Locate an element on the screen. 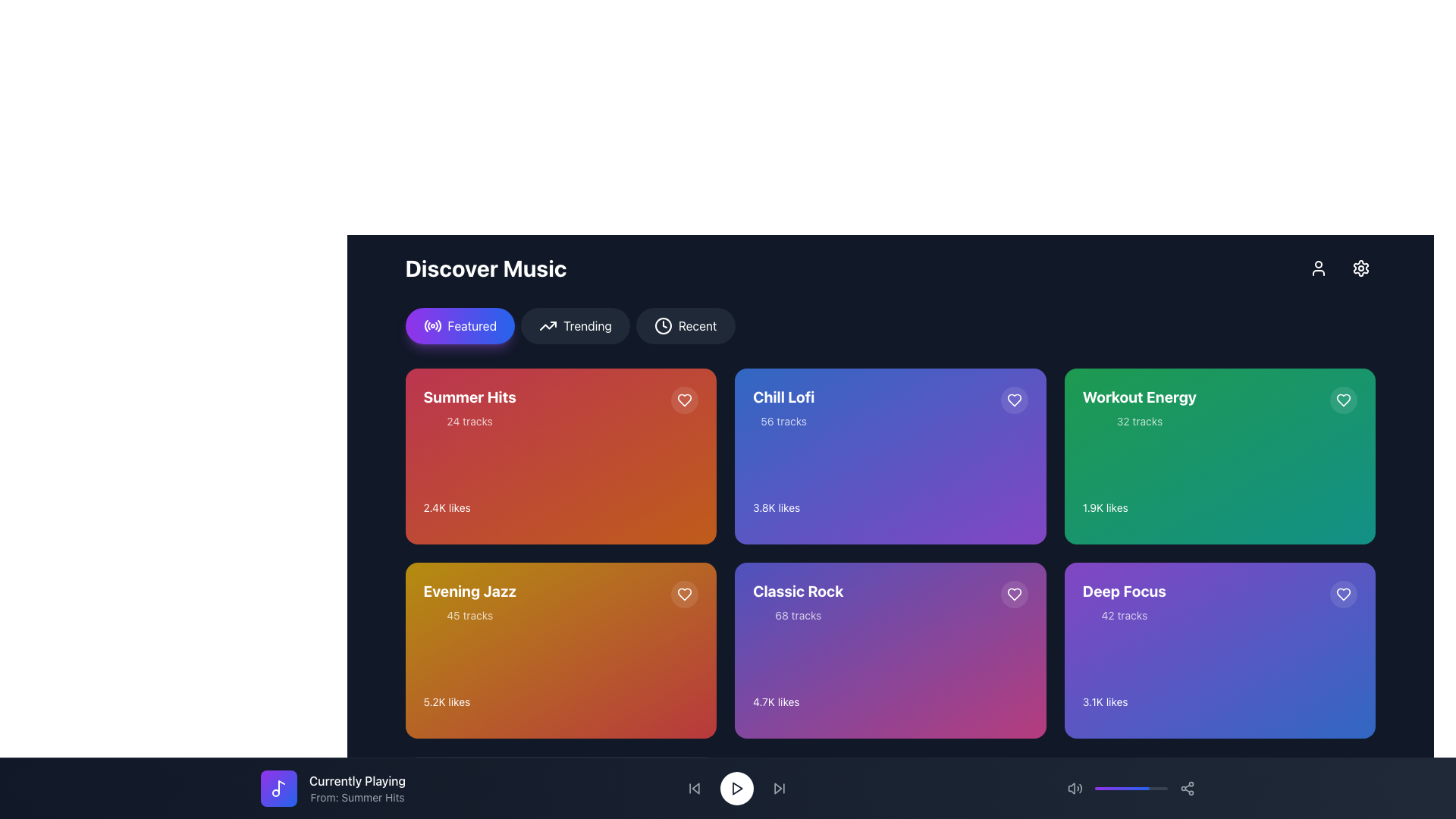 The width and height of the screenshot is (1456, 819). the play button located in the bottom-right corner of the 'Evening Jazz' media card is located at coordinates (679, 725).